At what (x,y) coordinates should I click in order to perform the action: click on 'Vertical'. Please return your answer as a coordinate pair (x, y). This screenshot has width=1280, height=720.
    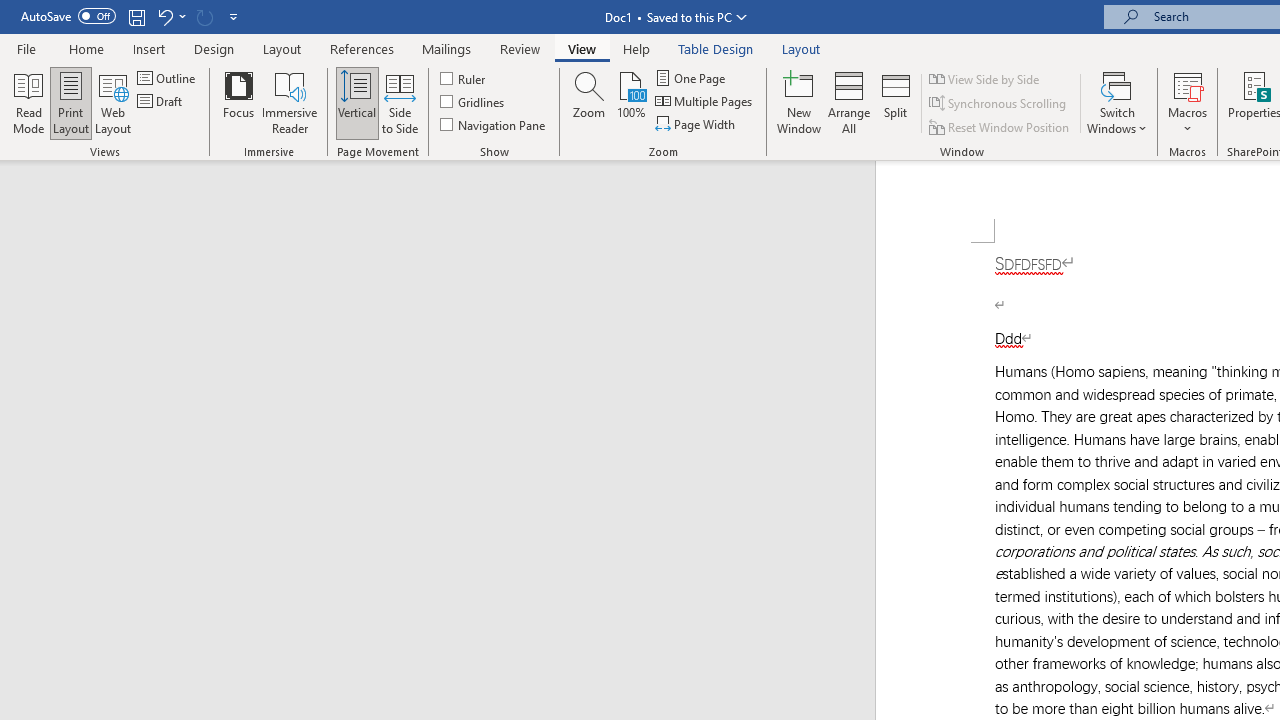
    Looking at the image, I should click on (357, 103).